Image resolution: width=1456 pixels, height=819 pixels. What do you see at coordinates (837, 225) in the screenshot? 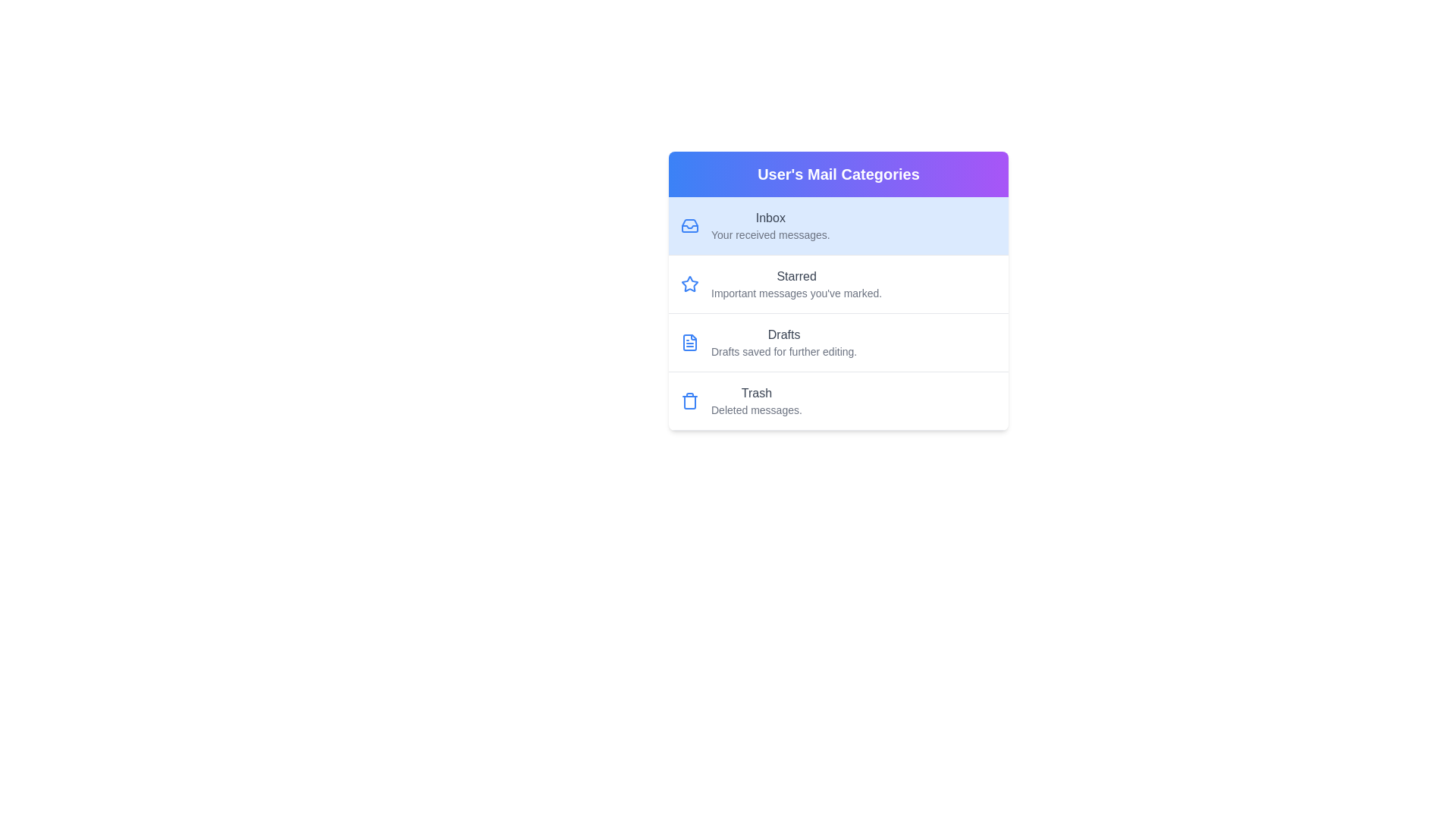
I see `the mail category item corresponding to Inbox` at bounding box center [837, 225].